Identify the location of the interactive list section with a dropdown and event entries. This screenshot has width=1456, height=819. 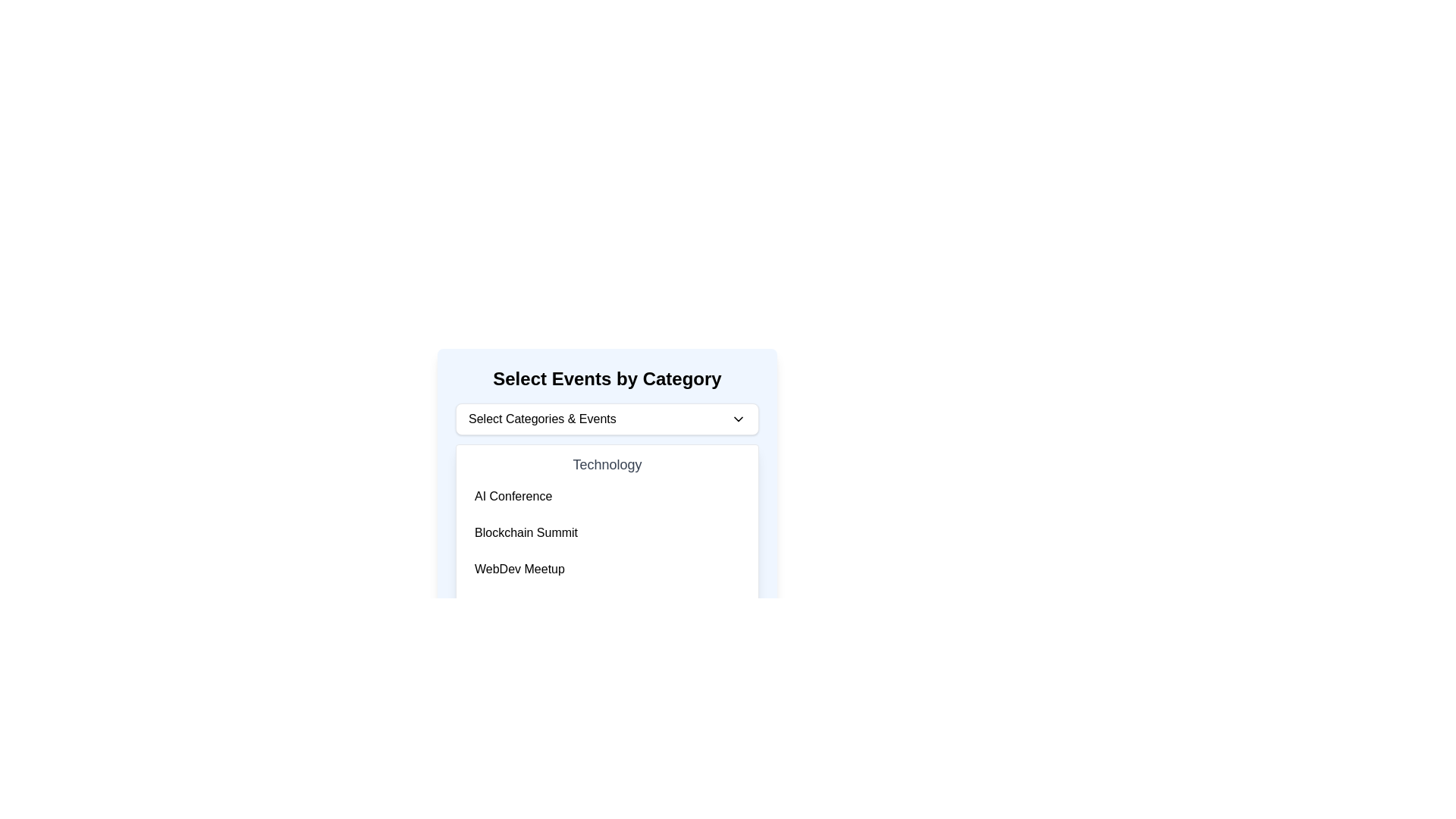
(607, 463).